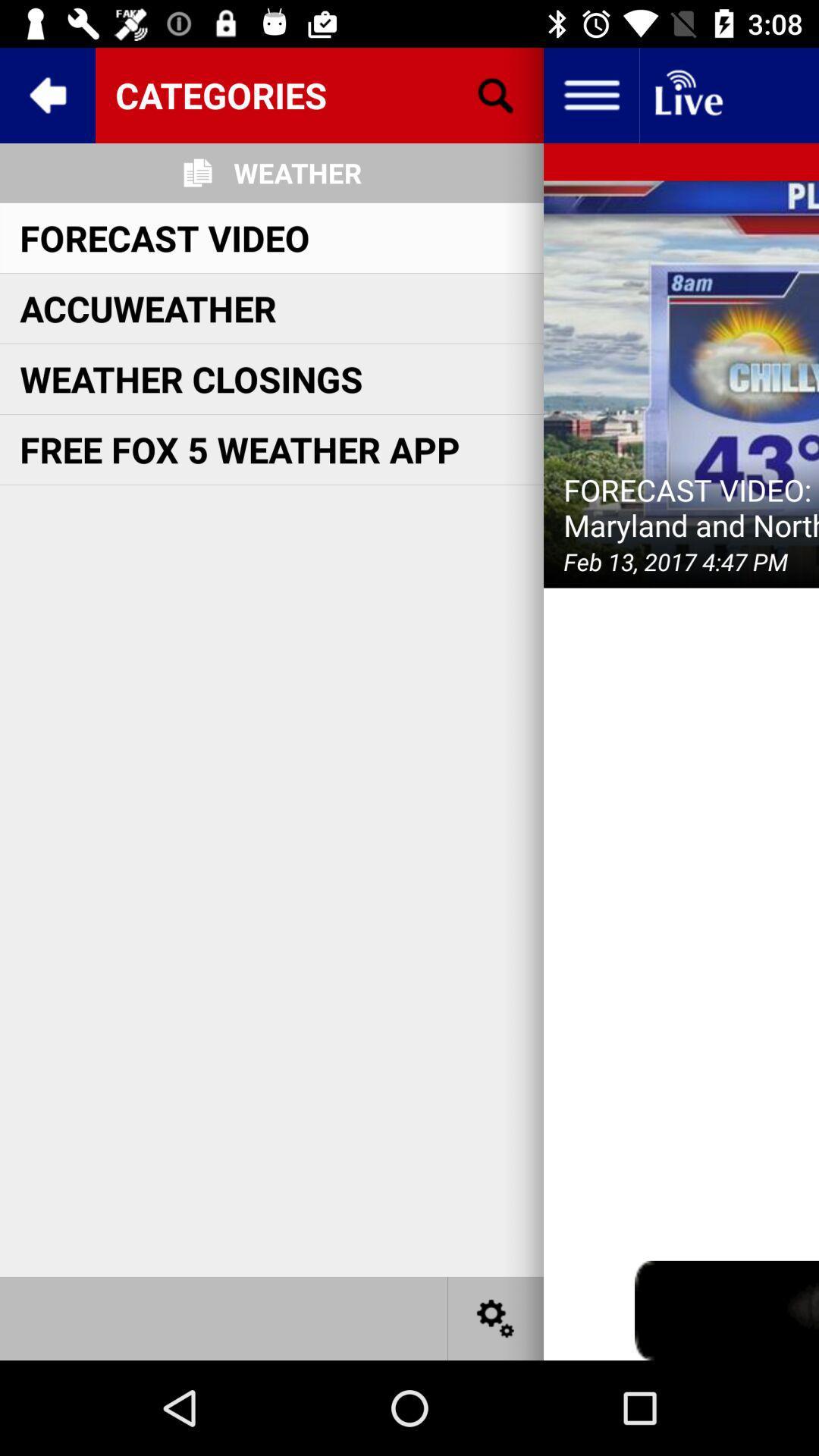 The image size is (819, 1456). I want to click on weather closings icon, so click(190, 378).